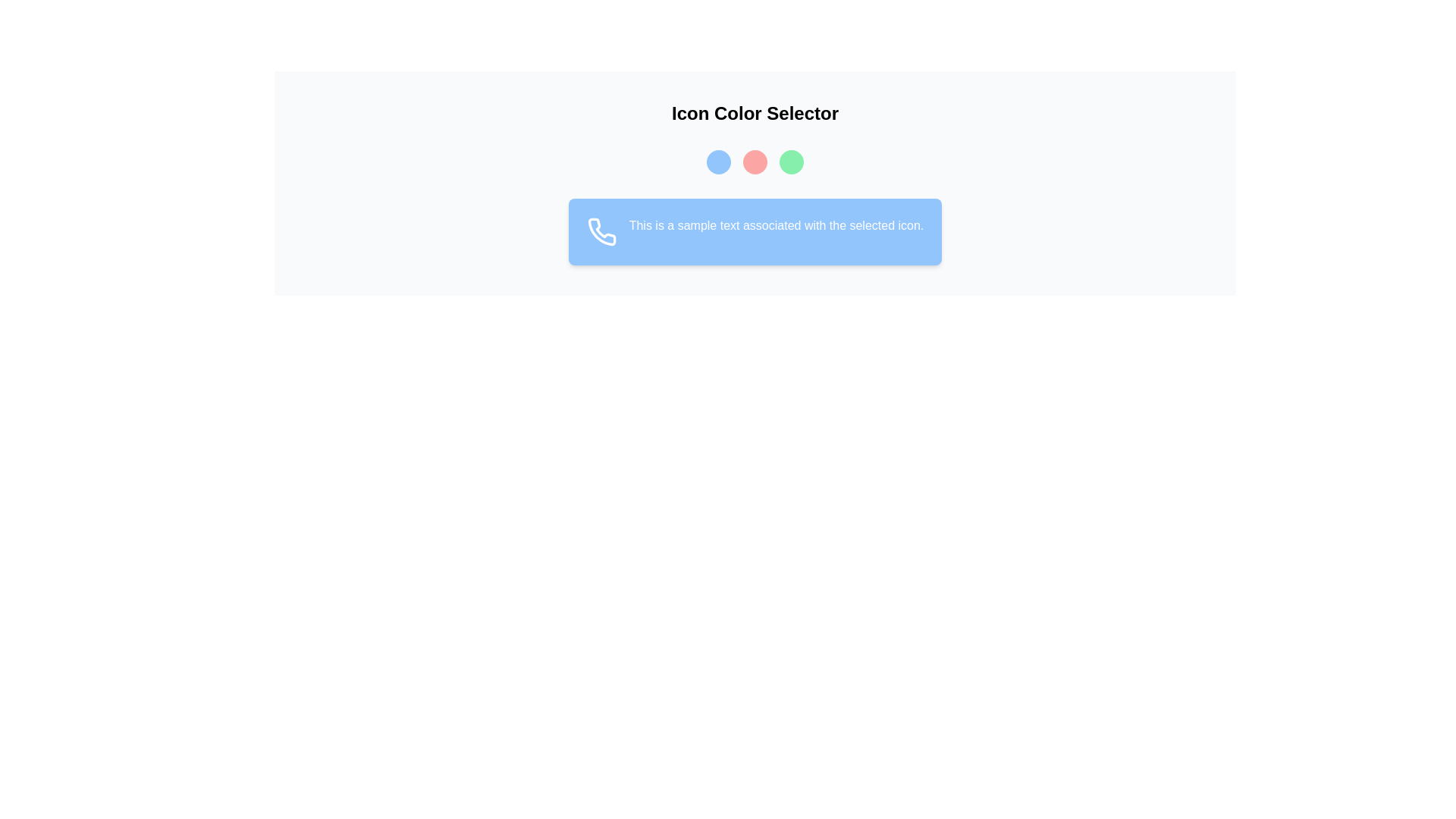 The image size is (1456, 819). I want to click on the call icon located on the leftmost side of the light blue rectangular area, which is directly to the left of the text 'This is a sample text associated with the selected icon.', so click(601, 231).